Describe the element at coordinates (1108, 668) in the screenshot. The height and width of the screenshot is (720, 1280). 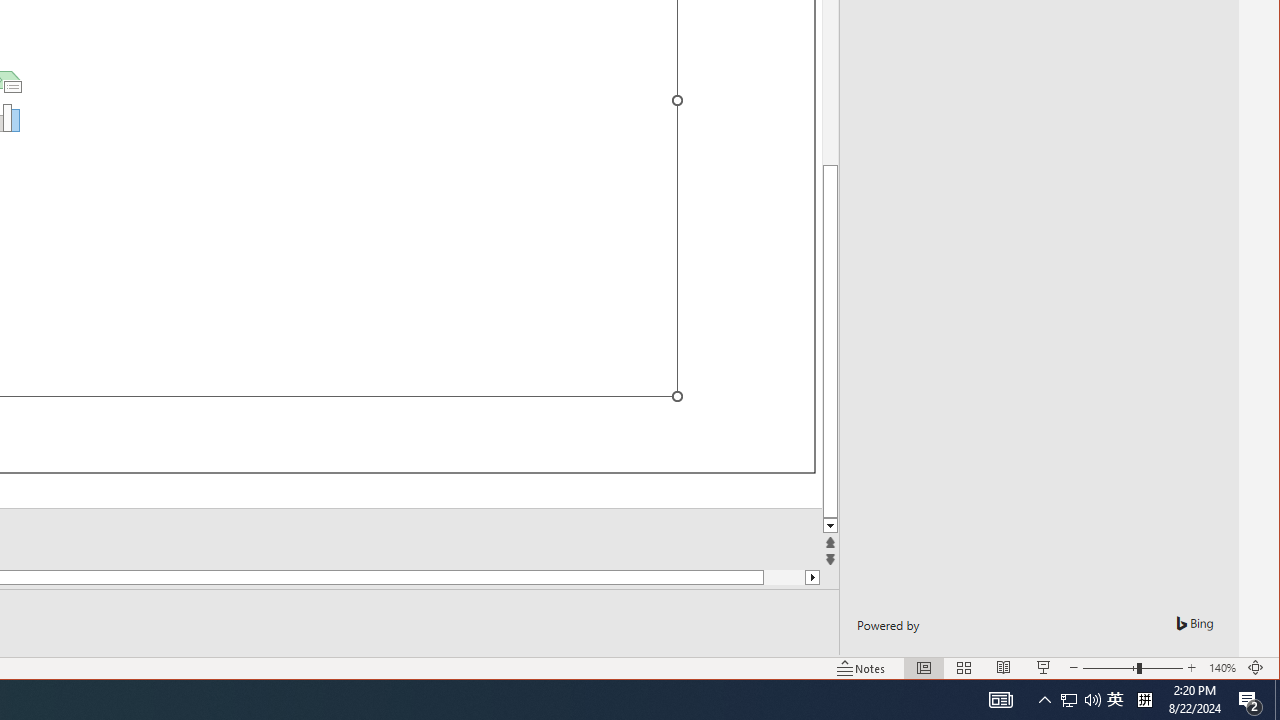
I see `'Zoom Out'` at that location.